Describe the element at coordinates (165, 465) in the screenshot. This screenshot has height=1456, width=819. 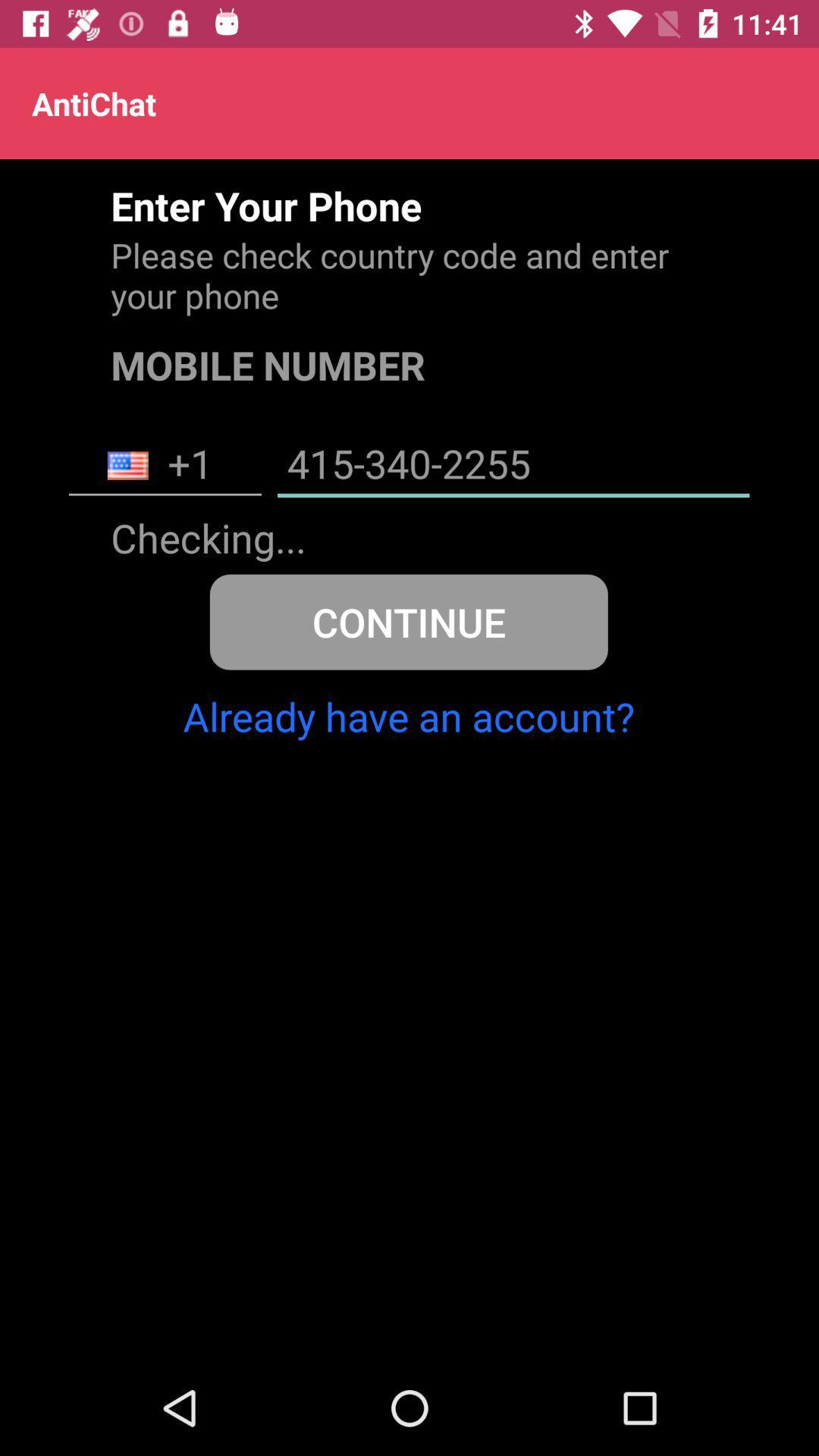
I see `item to the left of  415-340-2255 icon` at that location.